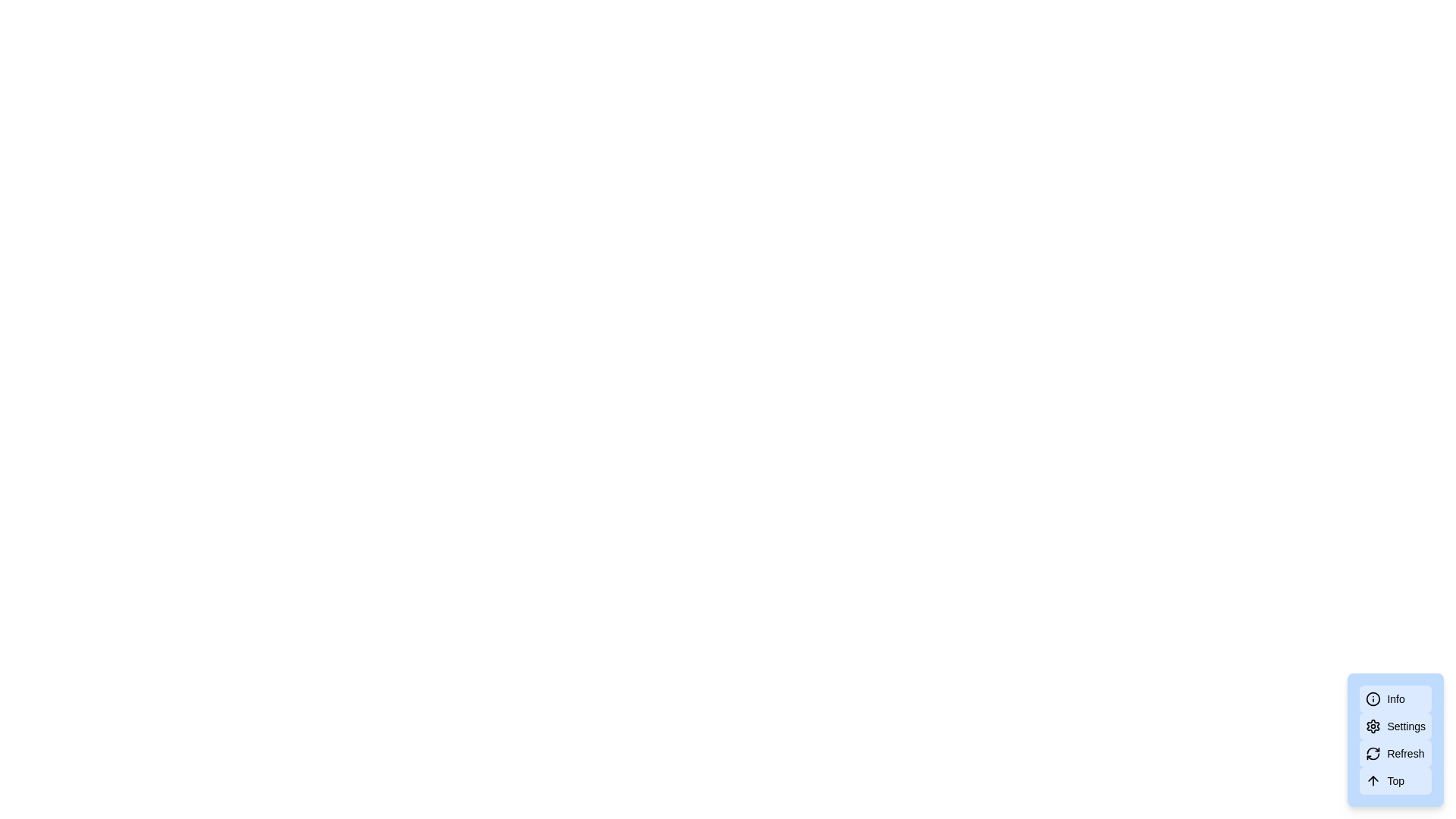  I want to click on the 'Settings' icon, which features a cogwheel and is located in the second position of a vertical menu with options including 'Info', 'Refresh', and 'Top', so click(1373, 725).